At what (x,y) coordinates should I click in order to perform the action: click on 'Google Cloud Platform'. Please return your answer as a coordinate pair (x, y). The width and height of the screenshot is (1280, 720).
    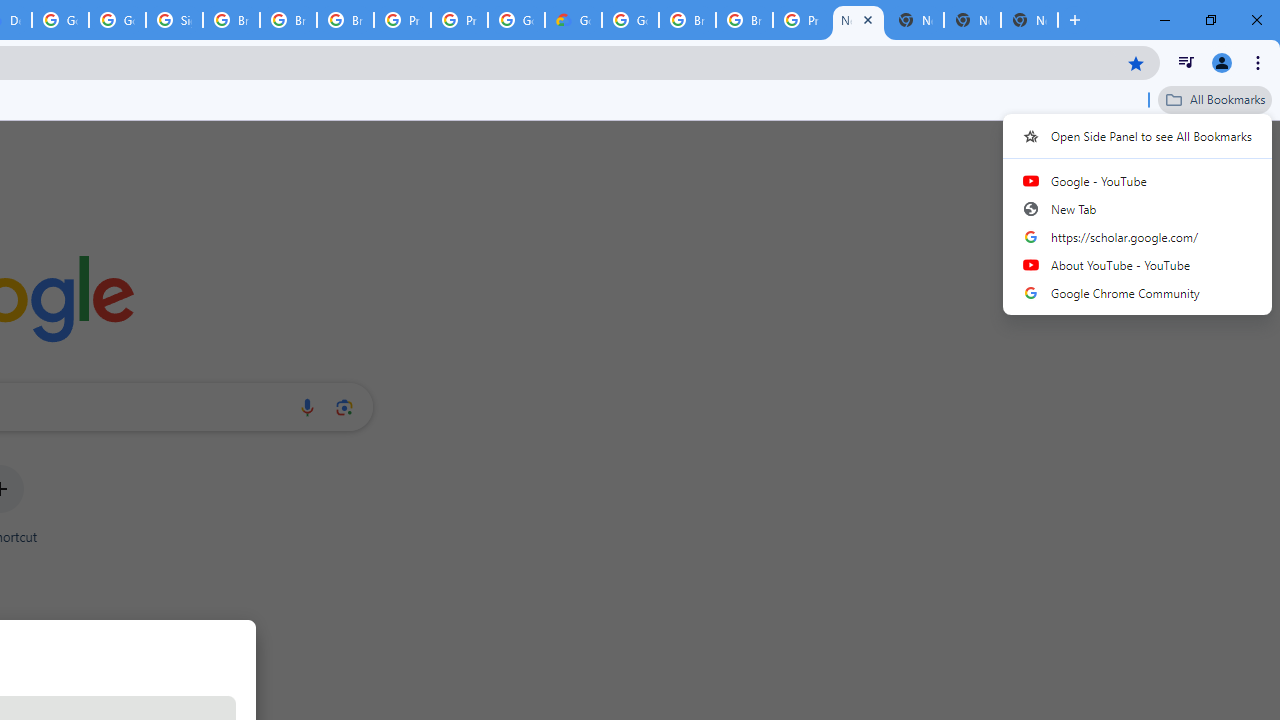
    Looking at the image, I should click on (629, 20).